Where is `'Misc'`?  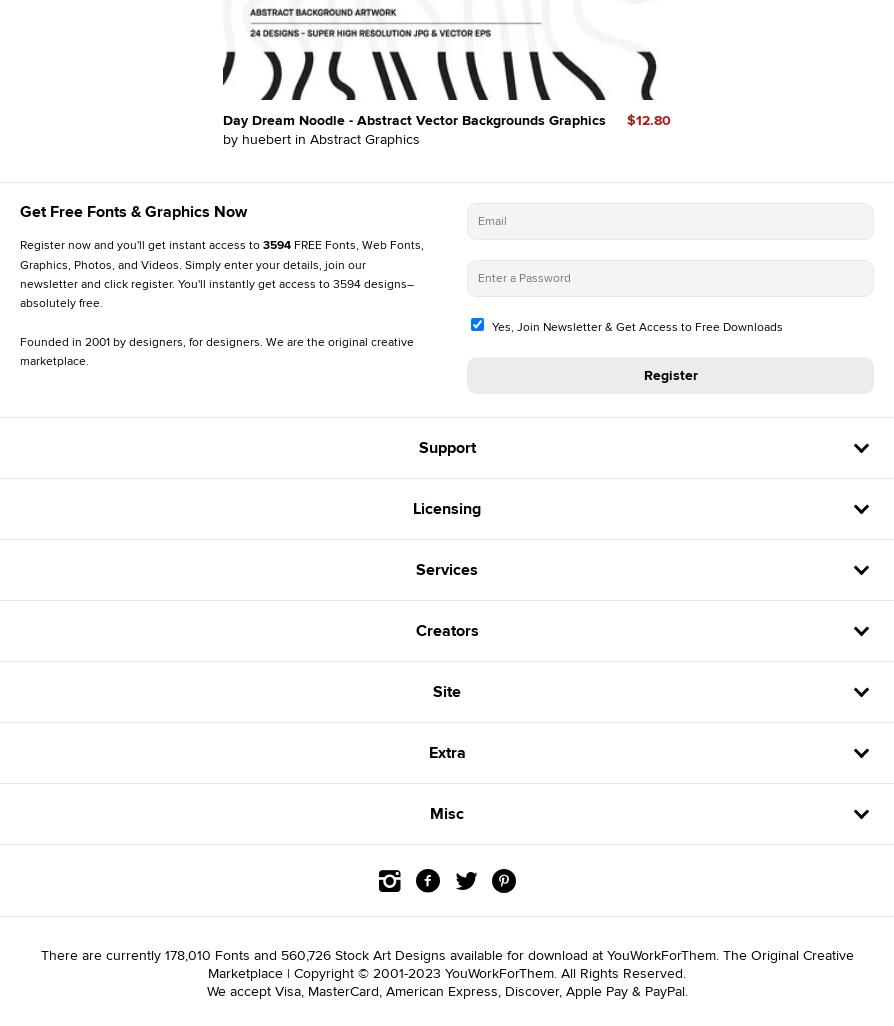 'Misc' is located at coordinates (447, 812).